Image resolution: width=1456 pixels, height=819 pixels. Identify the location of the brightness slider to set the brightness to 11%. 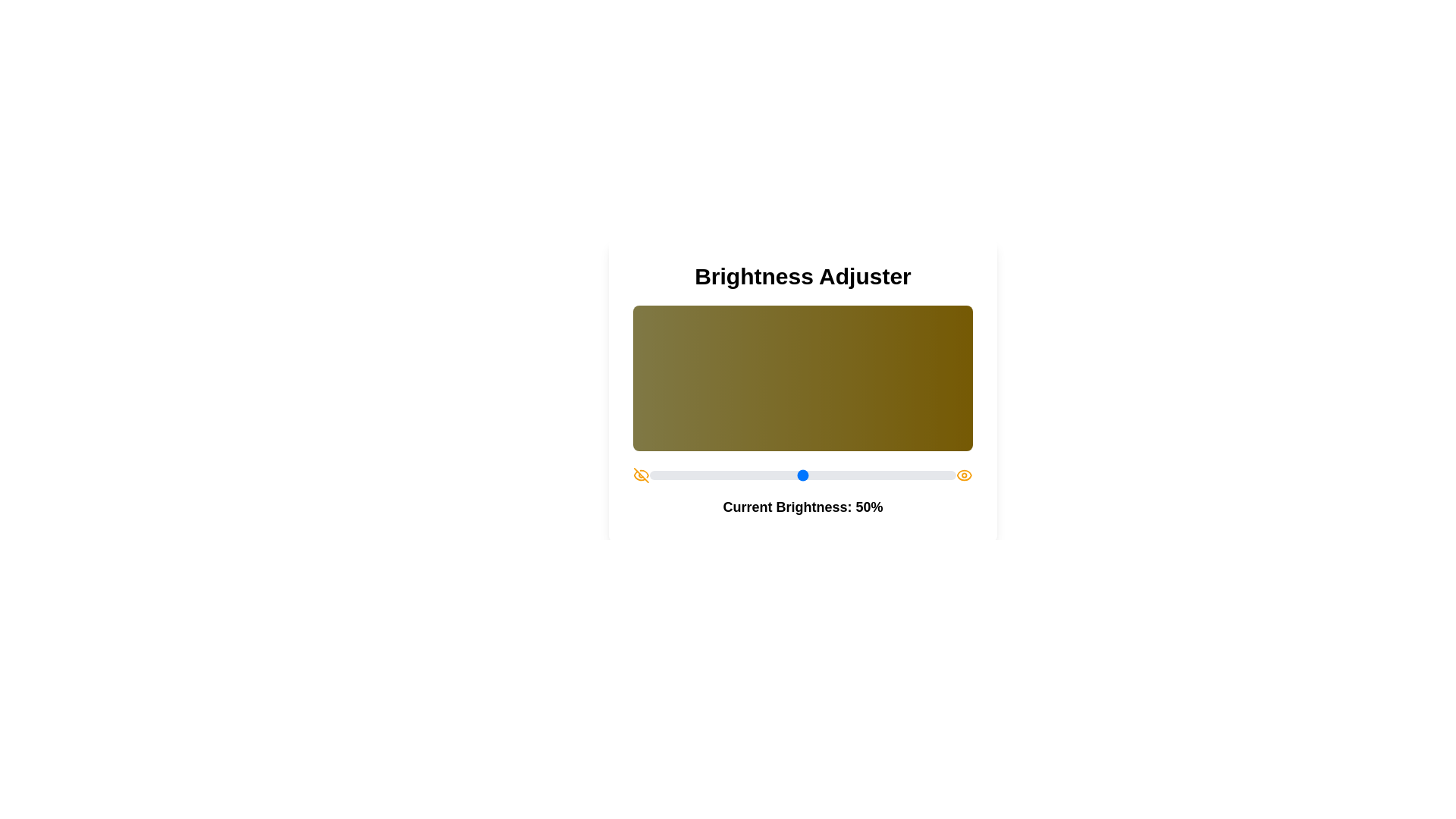
(682, 475).